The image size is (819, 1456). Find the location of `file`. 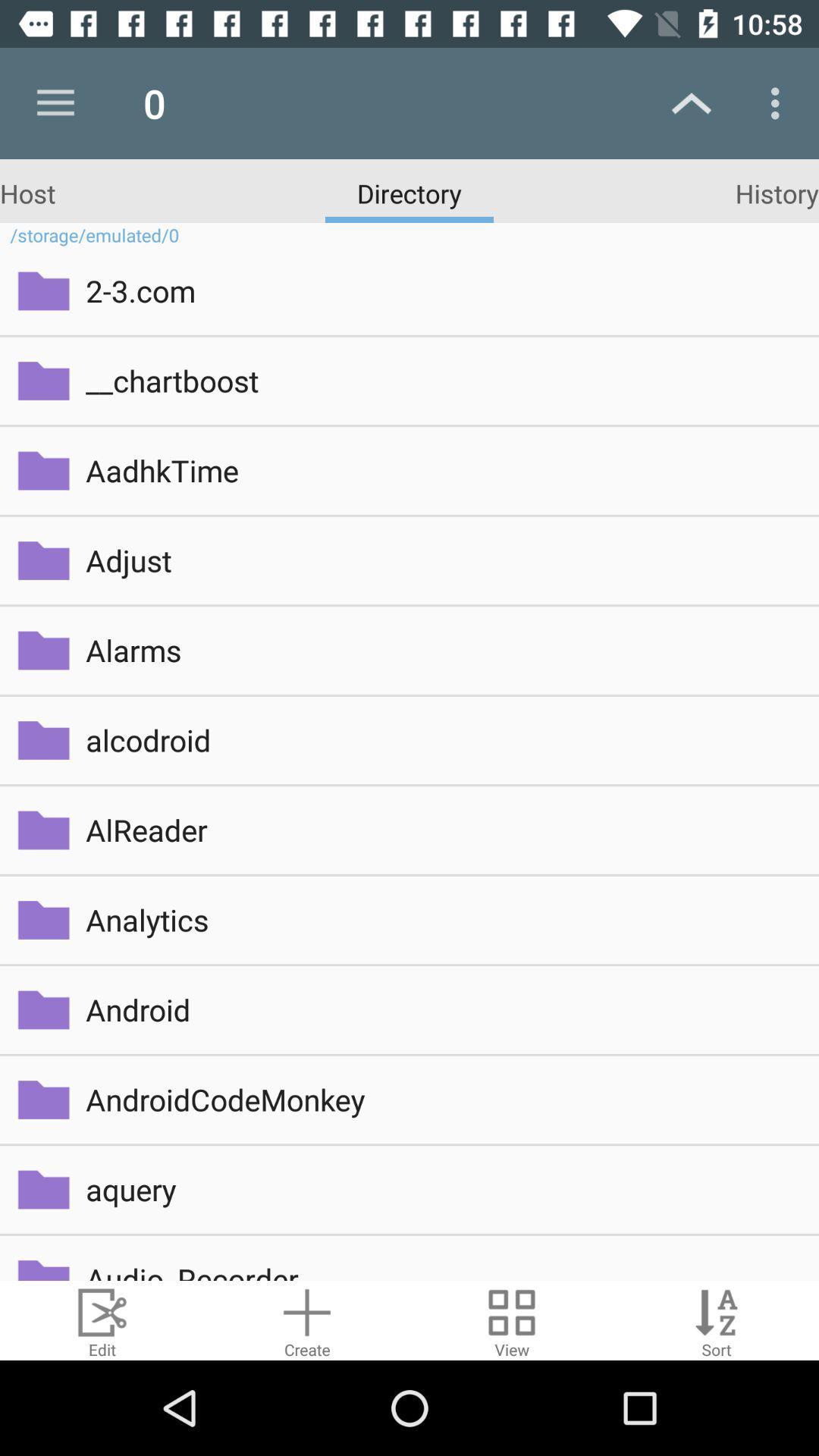

file is located at coordinates (307, 1319).